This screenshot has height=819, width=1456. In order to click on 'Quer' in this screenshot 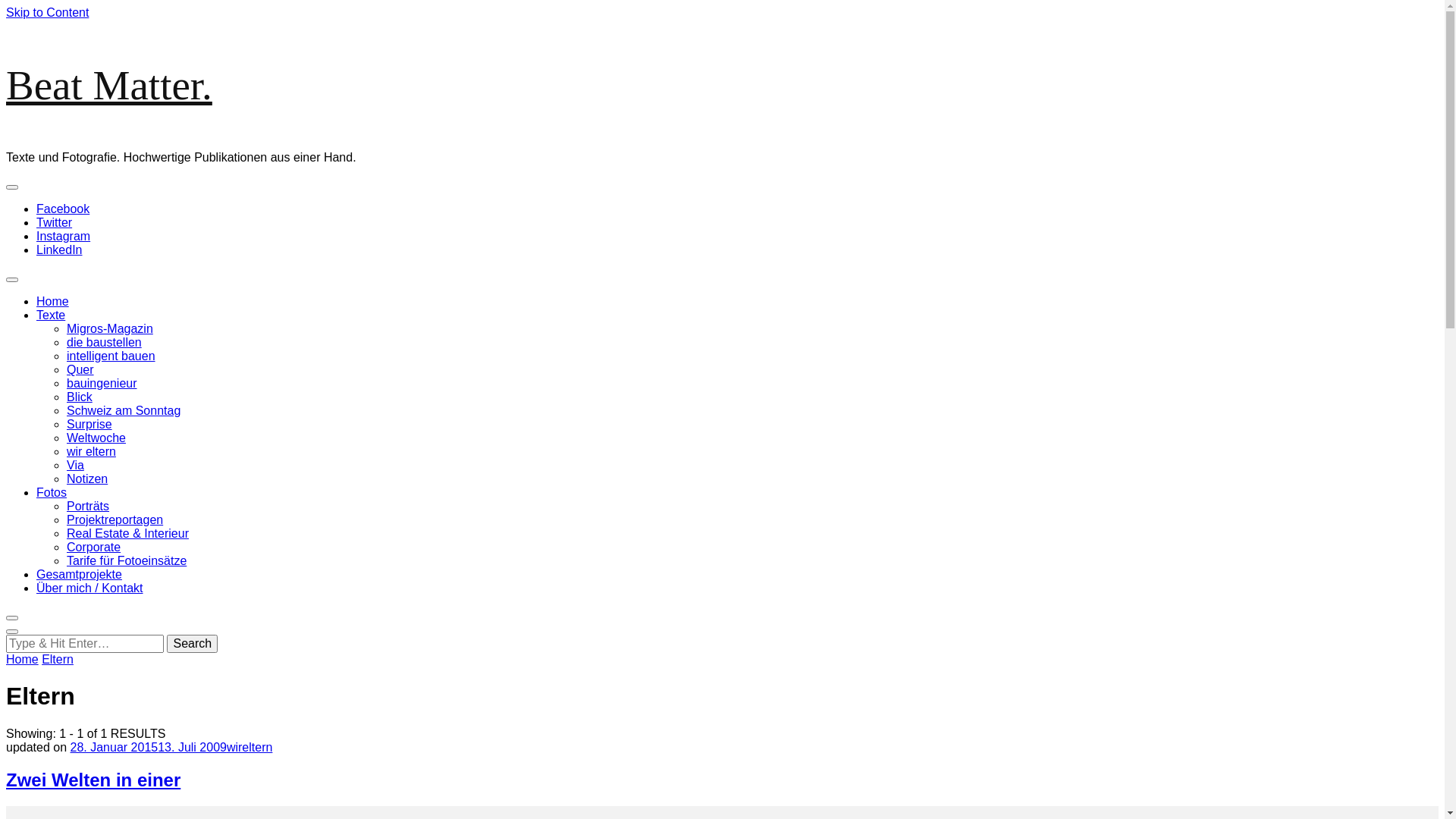, I will do `click(65, 369)`.